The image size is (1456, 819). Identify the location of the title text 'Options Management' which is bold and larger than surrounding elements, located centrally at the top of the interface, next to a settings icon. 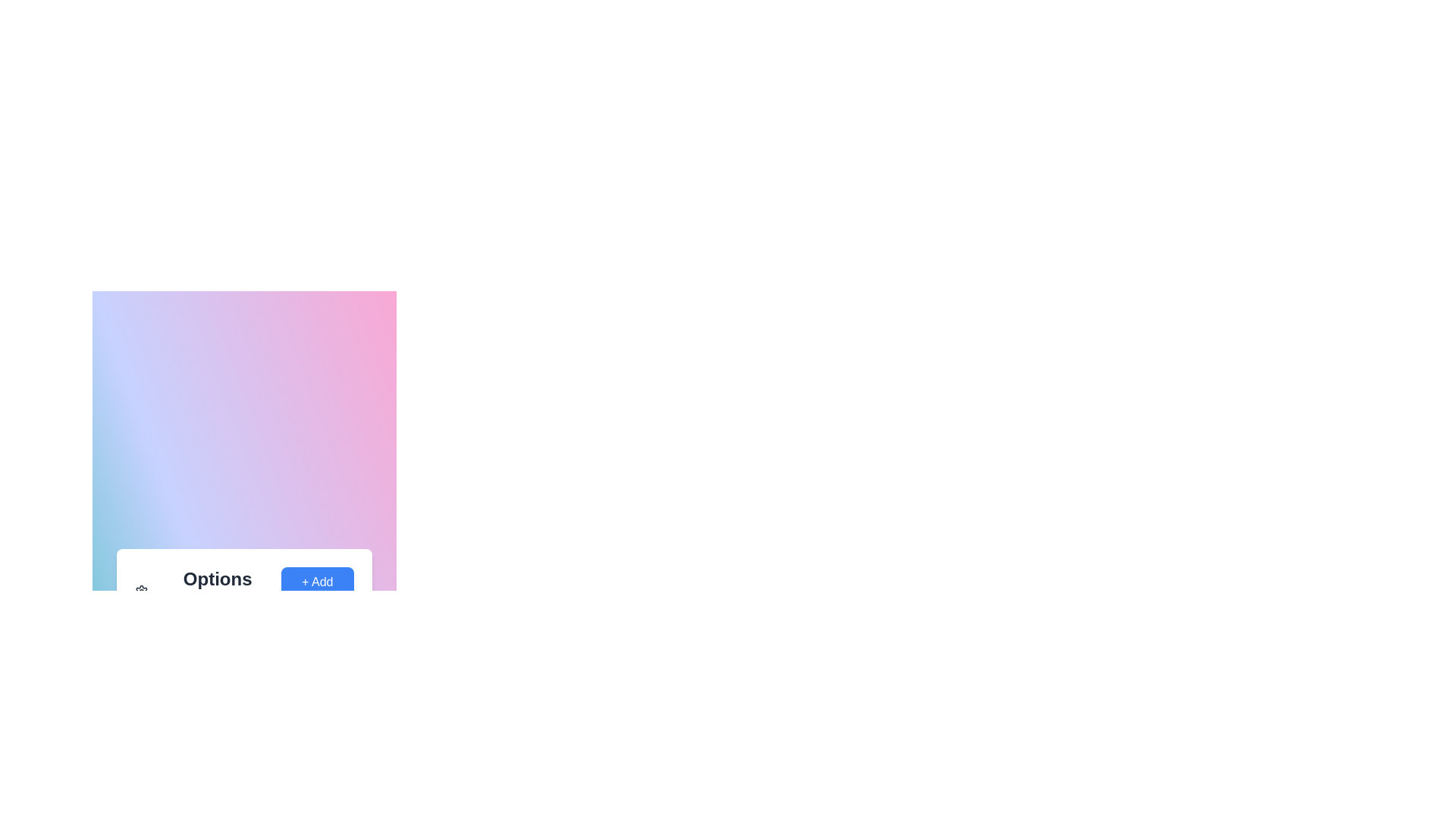
(207, 590).